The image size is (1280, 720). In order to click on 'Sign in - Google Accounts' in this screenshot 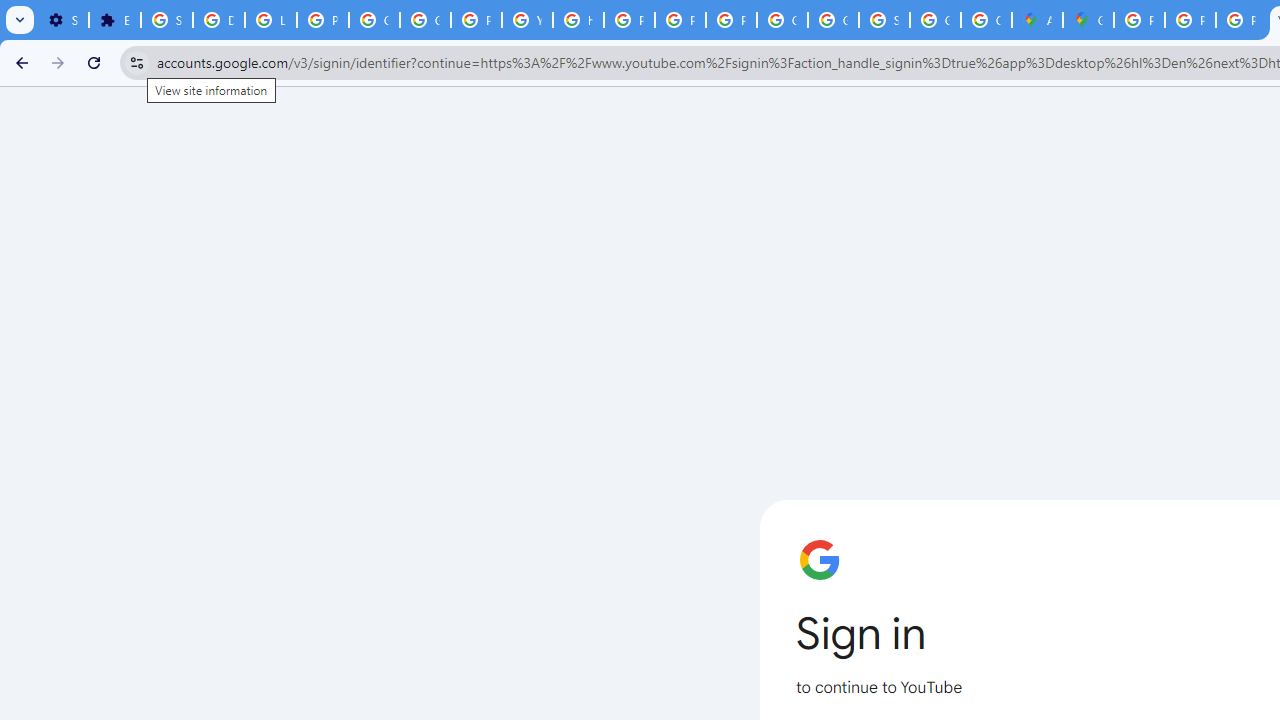, I will do `click(883, 20)`.